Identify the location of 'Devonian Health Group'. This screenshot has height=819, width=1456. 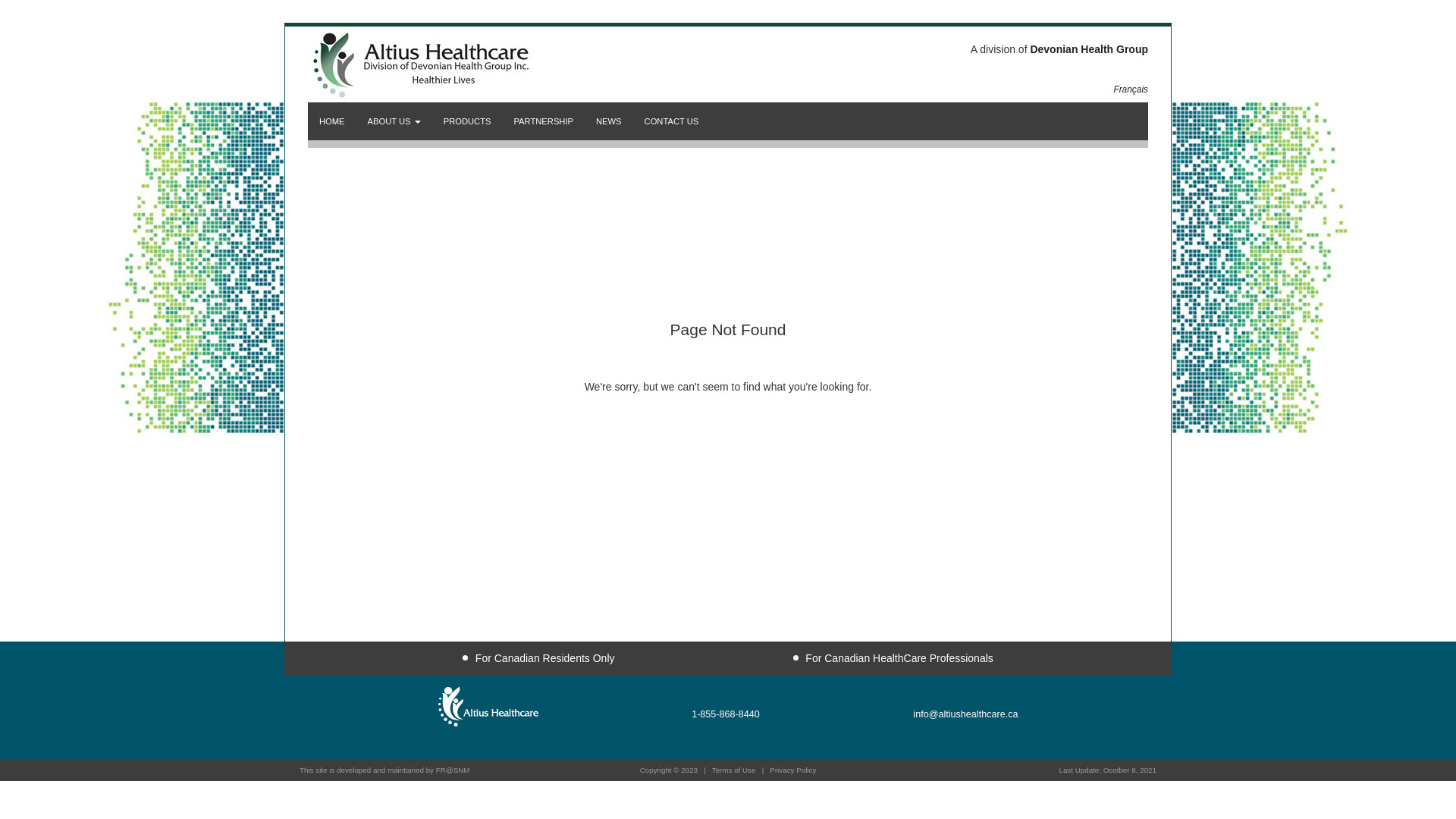
(1087, 49).